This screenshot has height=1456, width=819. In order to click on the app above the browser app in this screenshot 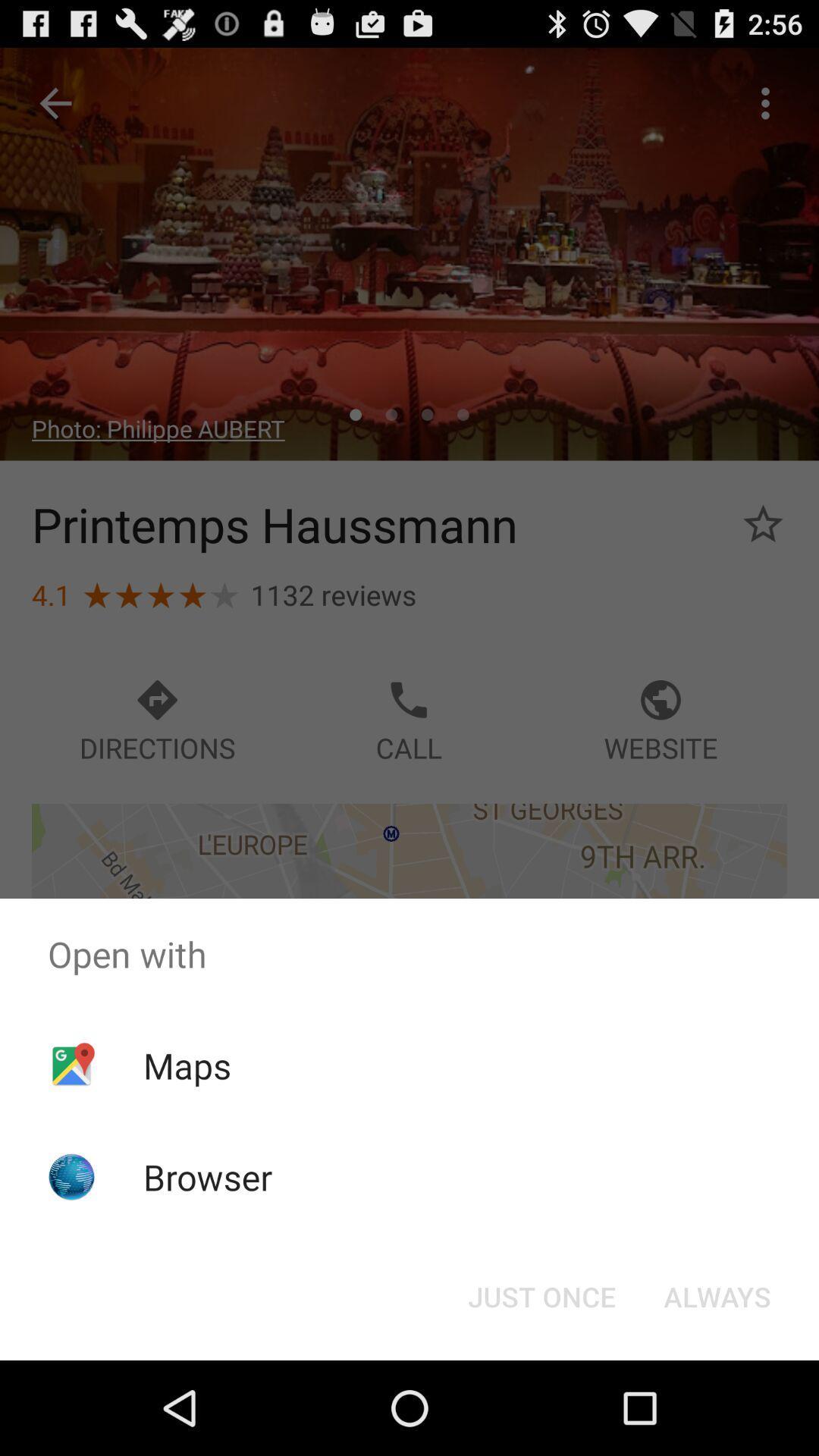, I will do `click(187, 1065)`.